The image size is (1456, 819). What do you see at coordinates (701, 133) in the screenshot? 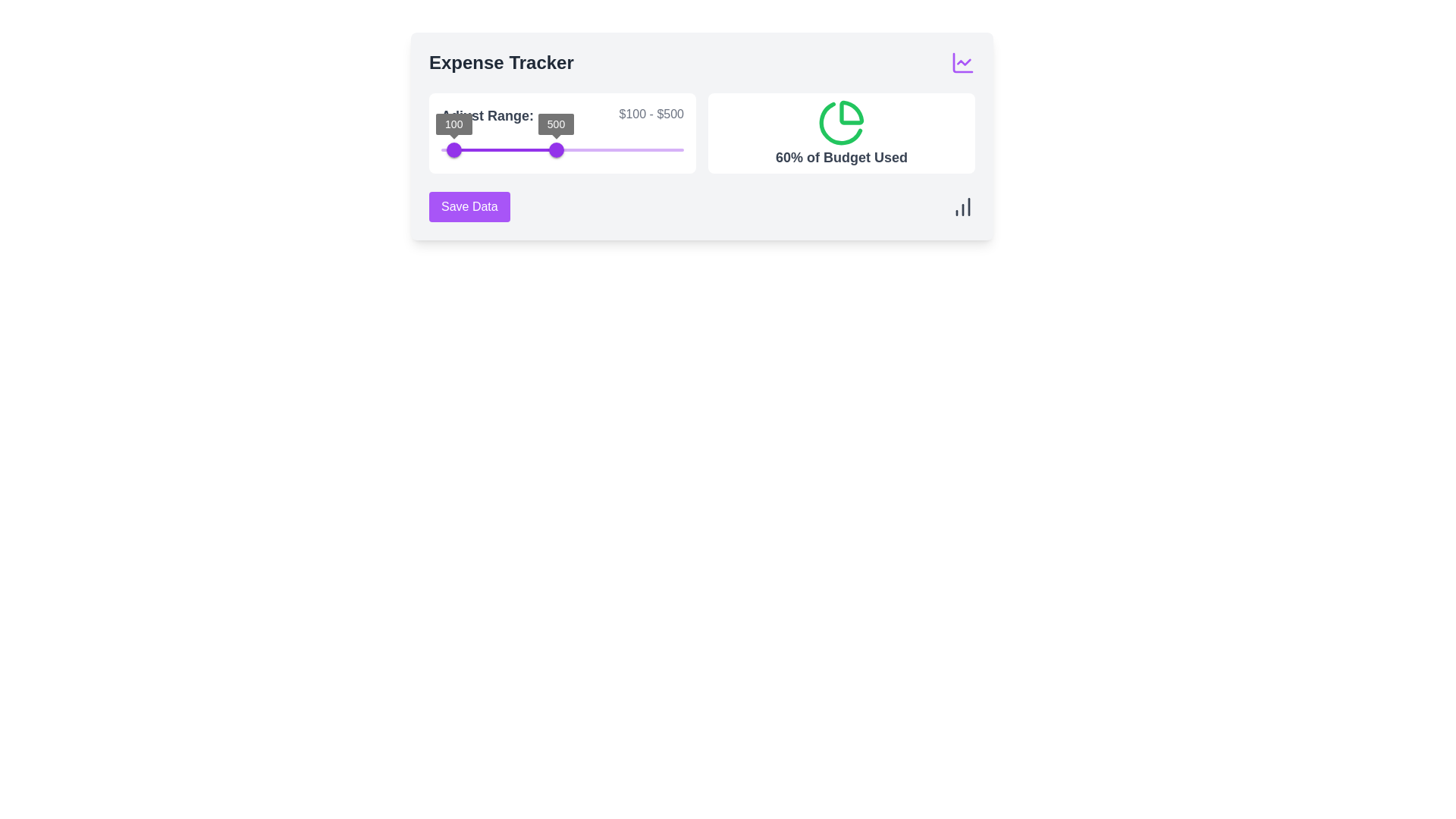
I see `the displayed data in the Informative component showing '60% of Budget Used' next to a green pie chart icon` at bounding box center [701, 133].